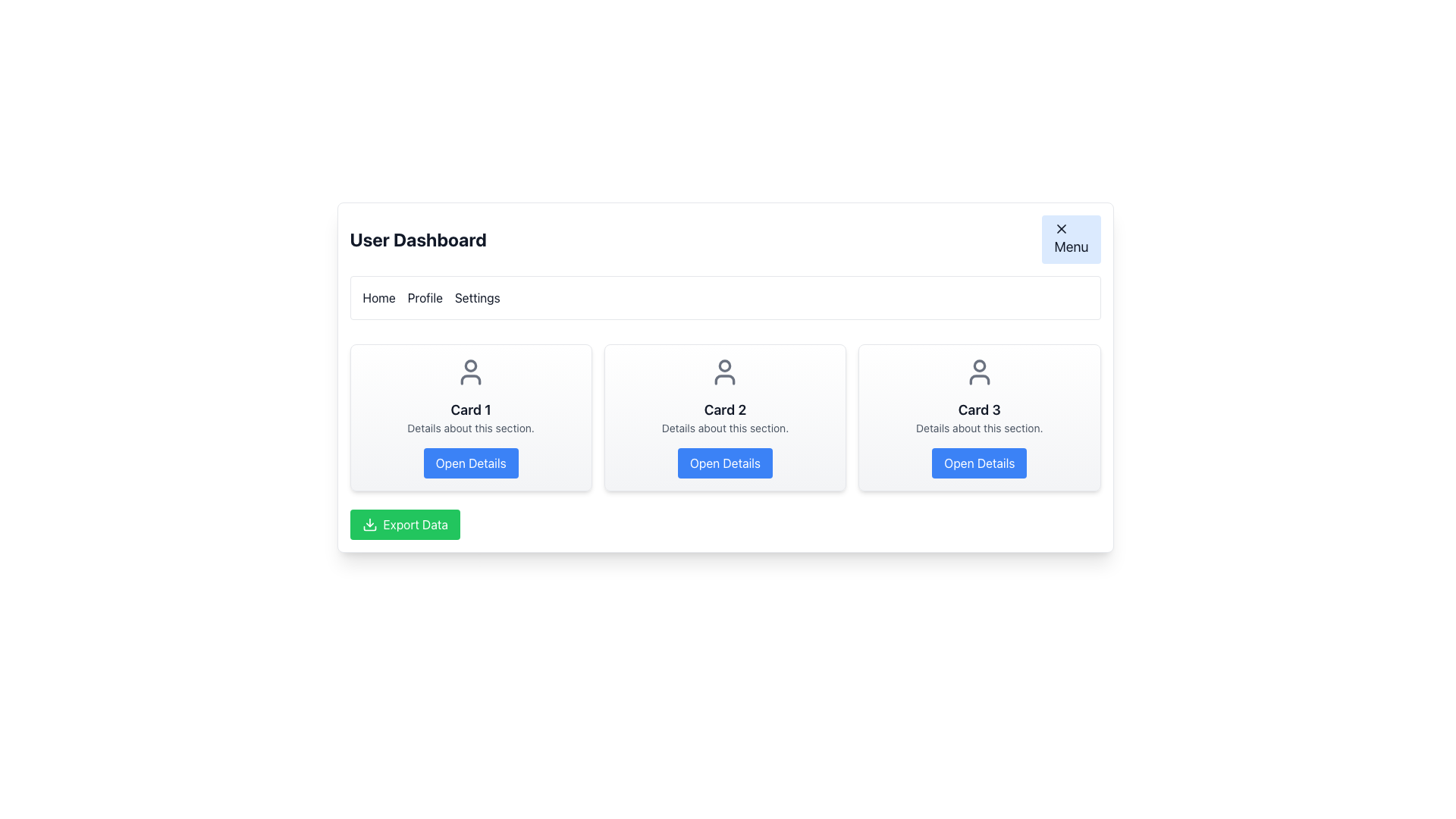 This screenshot has height=819, width=1456. What do you see at coordinates (425, 298) in the screenshot?
I see `the 'Profile' navigation link, which is the second item in the horizontal navigation menu styled in black and turns indigo on hover` at bounding box center [425, 298].